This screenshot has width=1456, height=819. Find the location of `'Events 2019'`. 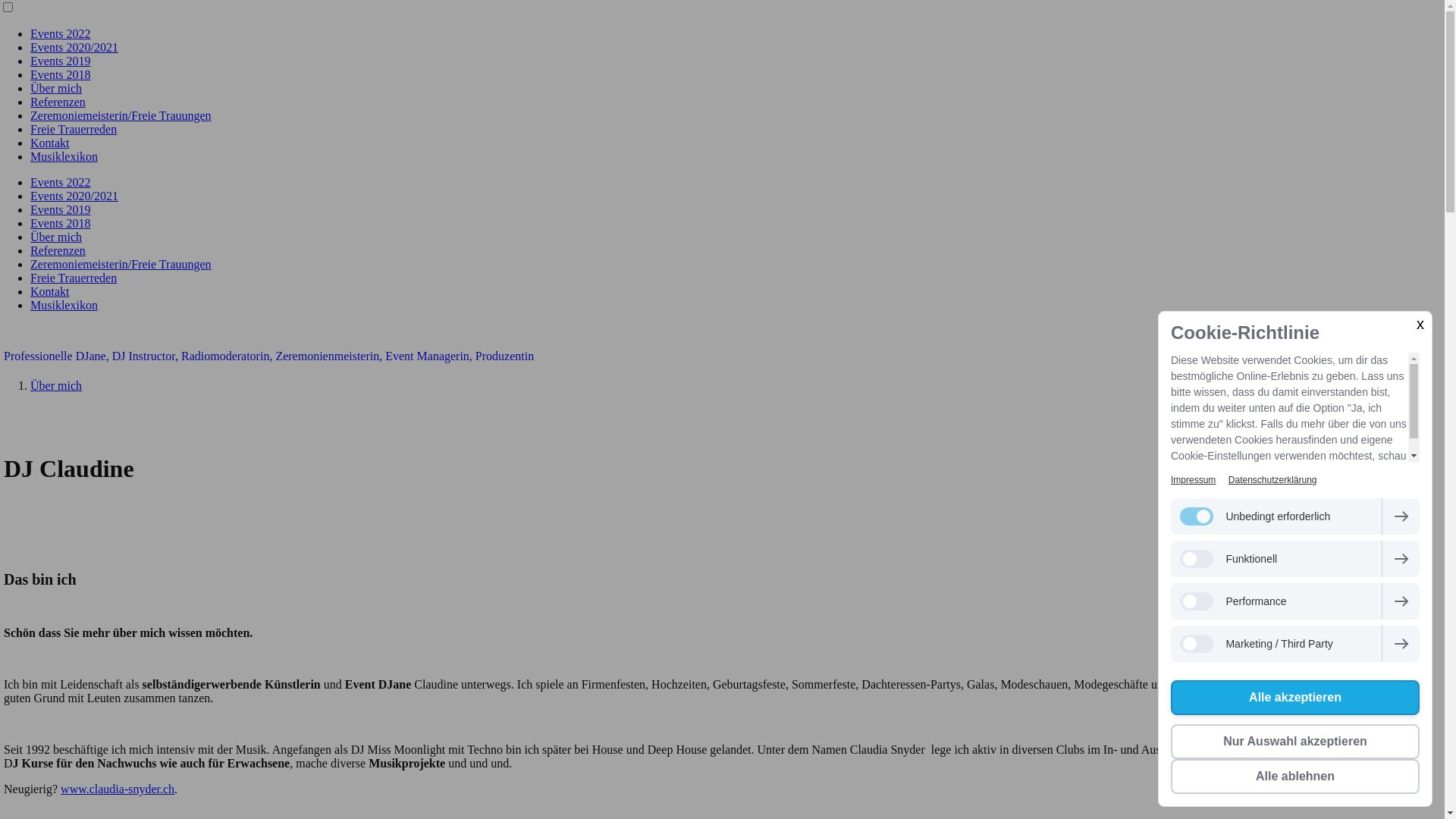

'Events 2019' is located at coordinates (61, 209).